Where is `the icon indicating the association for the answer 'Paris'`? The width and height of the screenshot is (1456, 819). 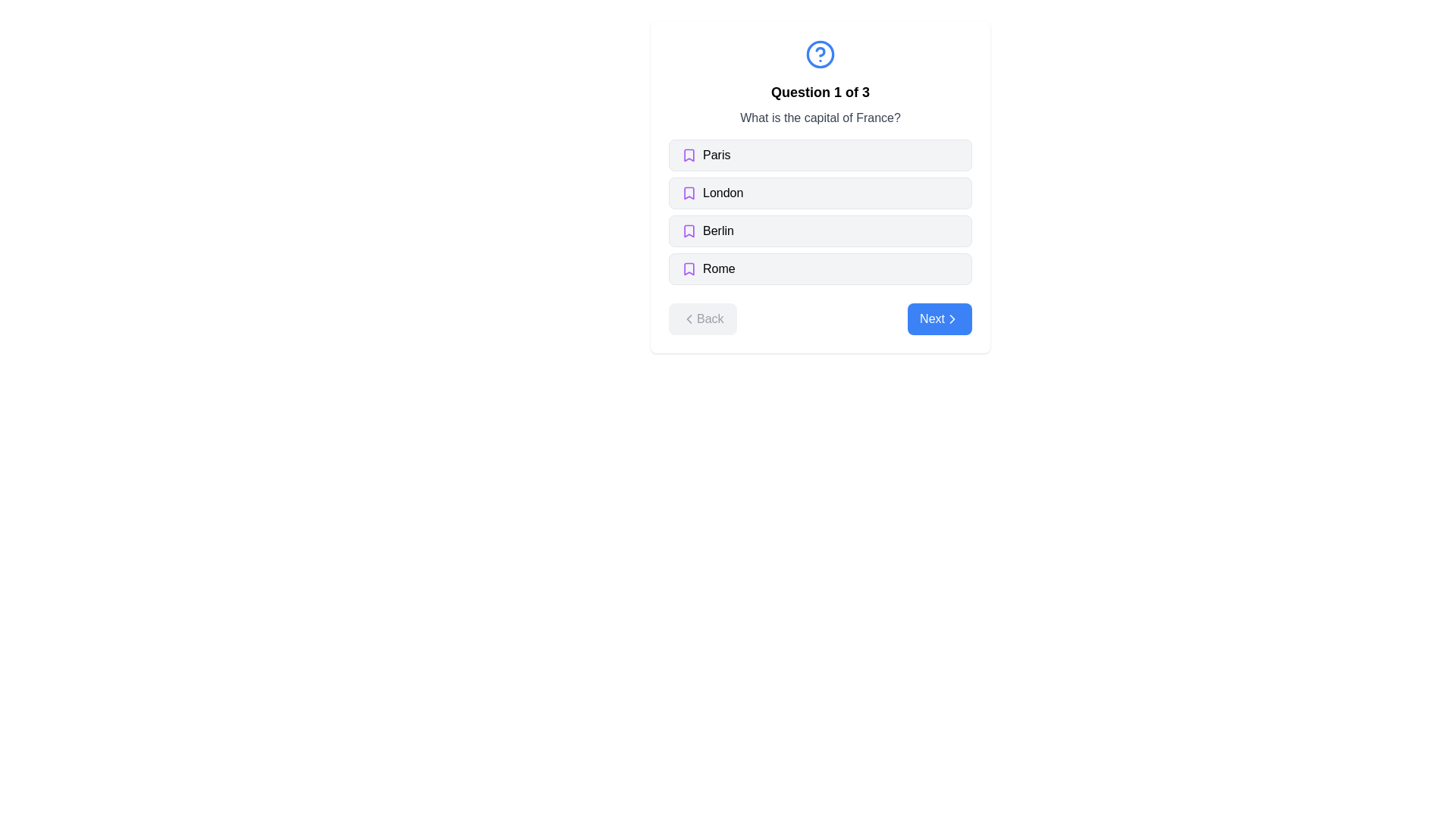 the icon indicating the association for the answer 'Paris' is located at coordinates (688, 155).